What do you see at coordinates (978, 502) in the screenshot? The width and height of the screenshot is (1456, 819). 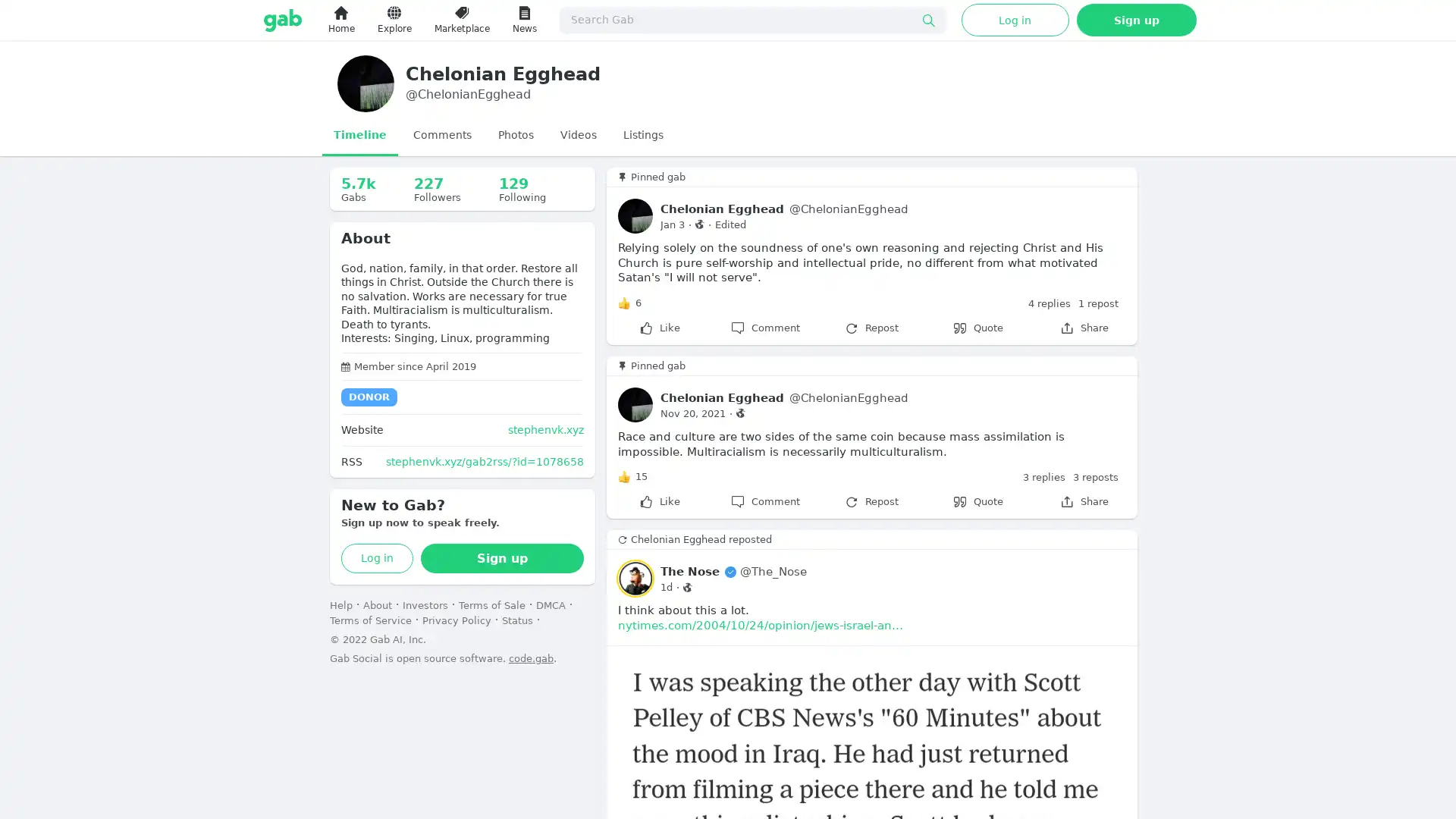 I see `Quote` at bounding box center [978, 502].